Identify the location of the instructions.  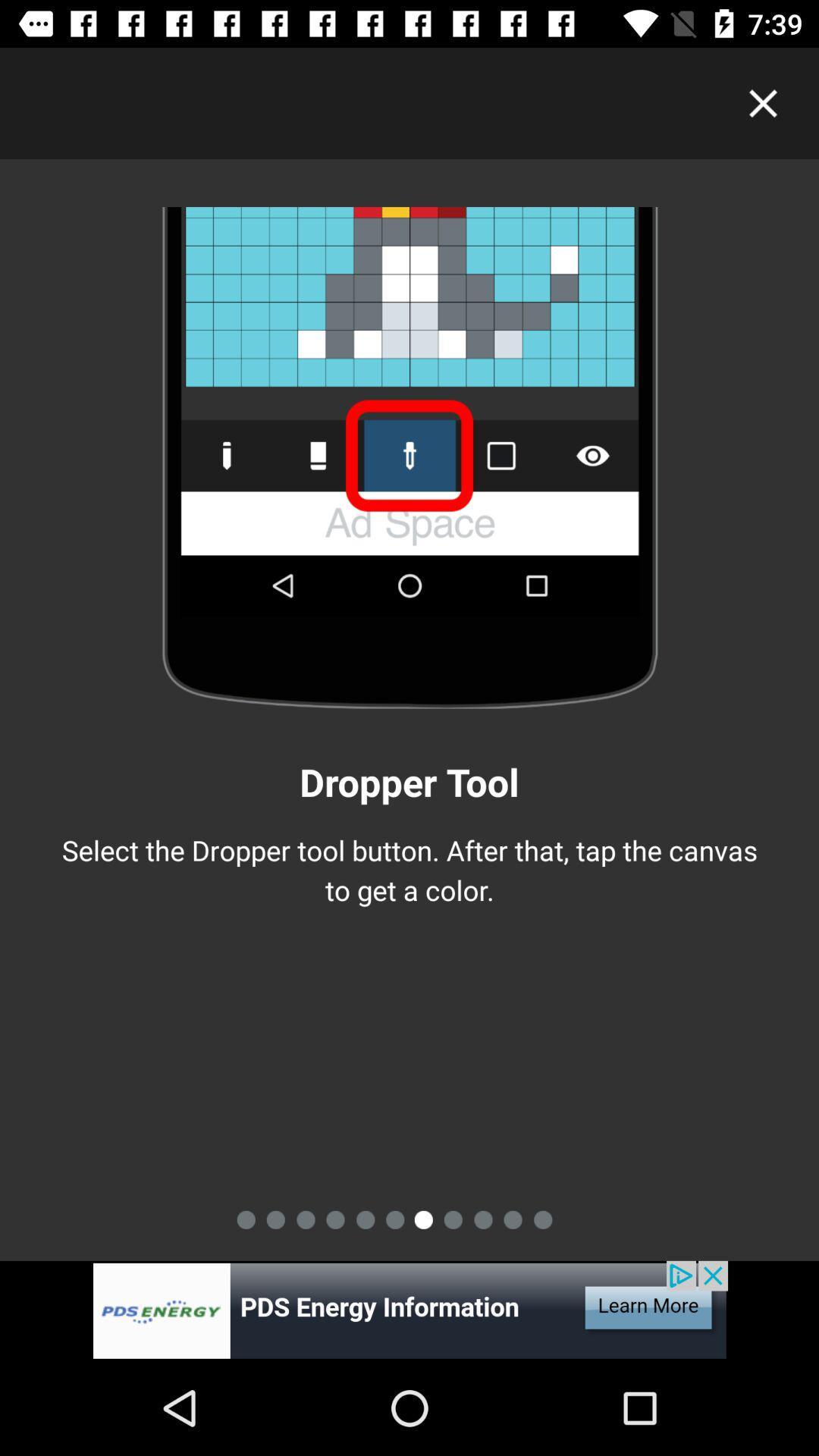
(763, 102).